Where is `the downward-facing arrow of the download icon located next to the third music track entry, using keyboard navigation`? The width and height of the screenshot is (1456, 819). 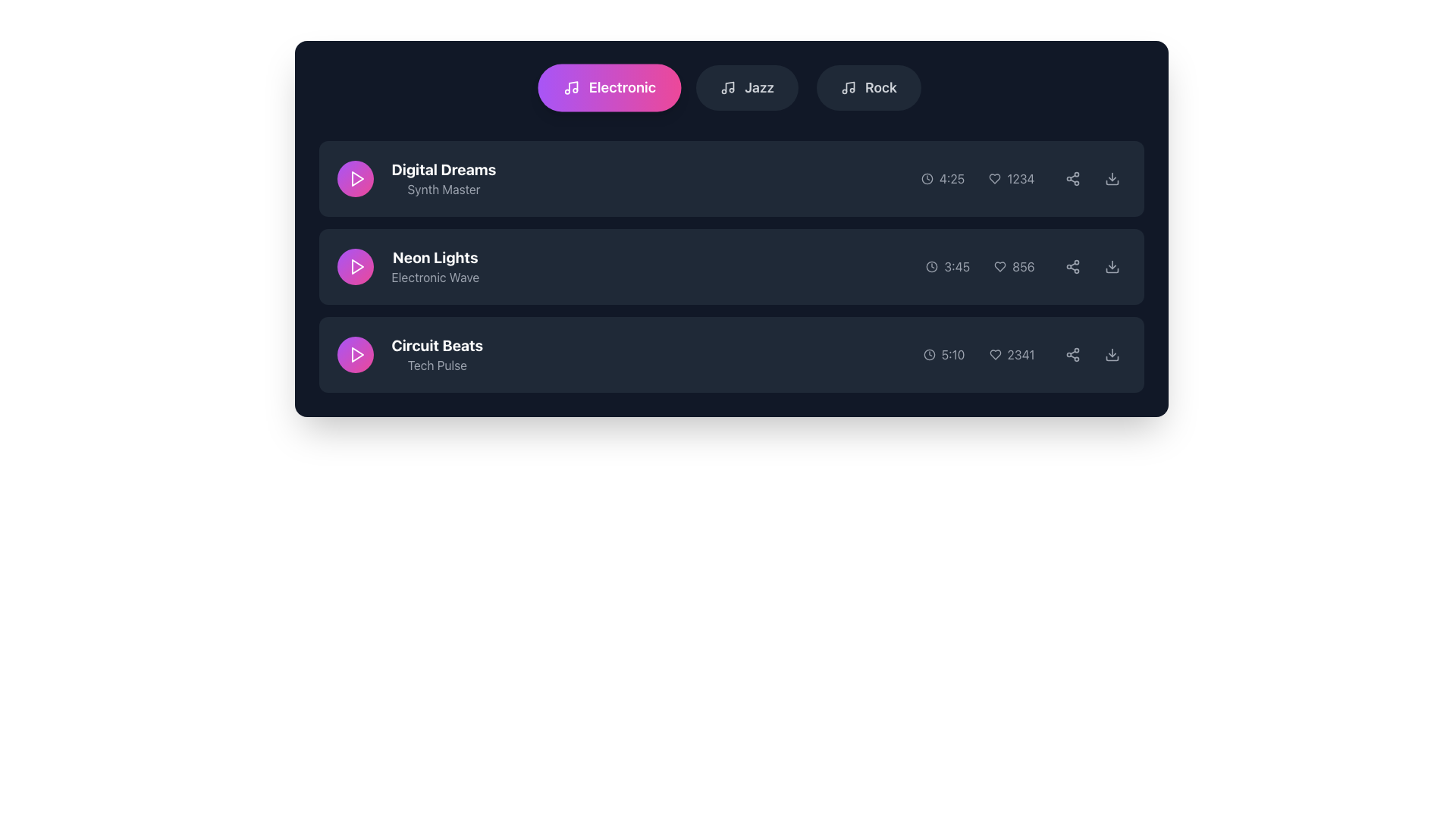 the downward-facing arrow of the download icon located next to the third music track entry, using keyboard navigation is located at coordinates (1112, 359).